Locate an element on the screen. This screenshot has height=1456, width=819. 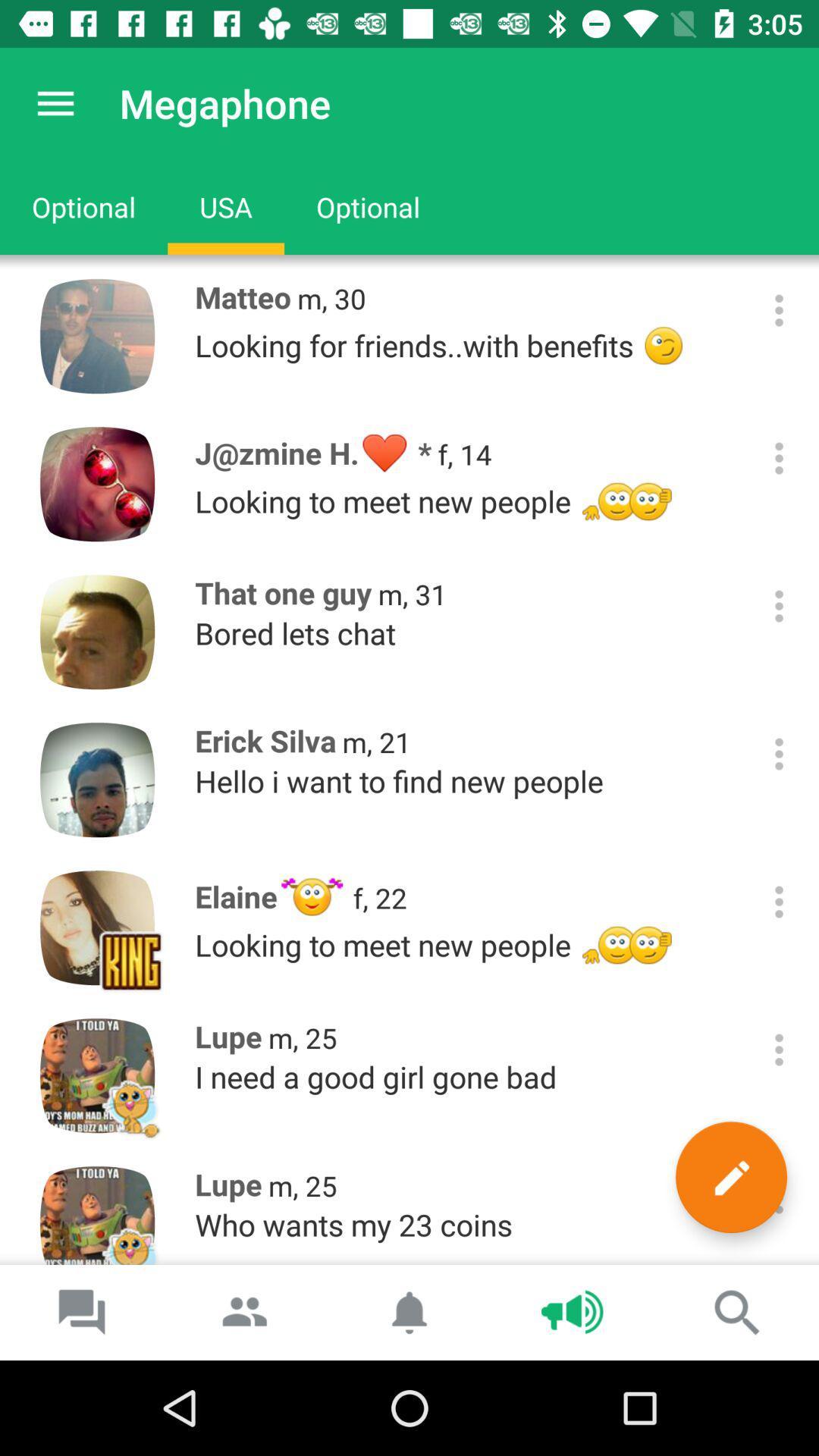
more options is located at coordinates (779, 1197).